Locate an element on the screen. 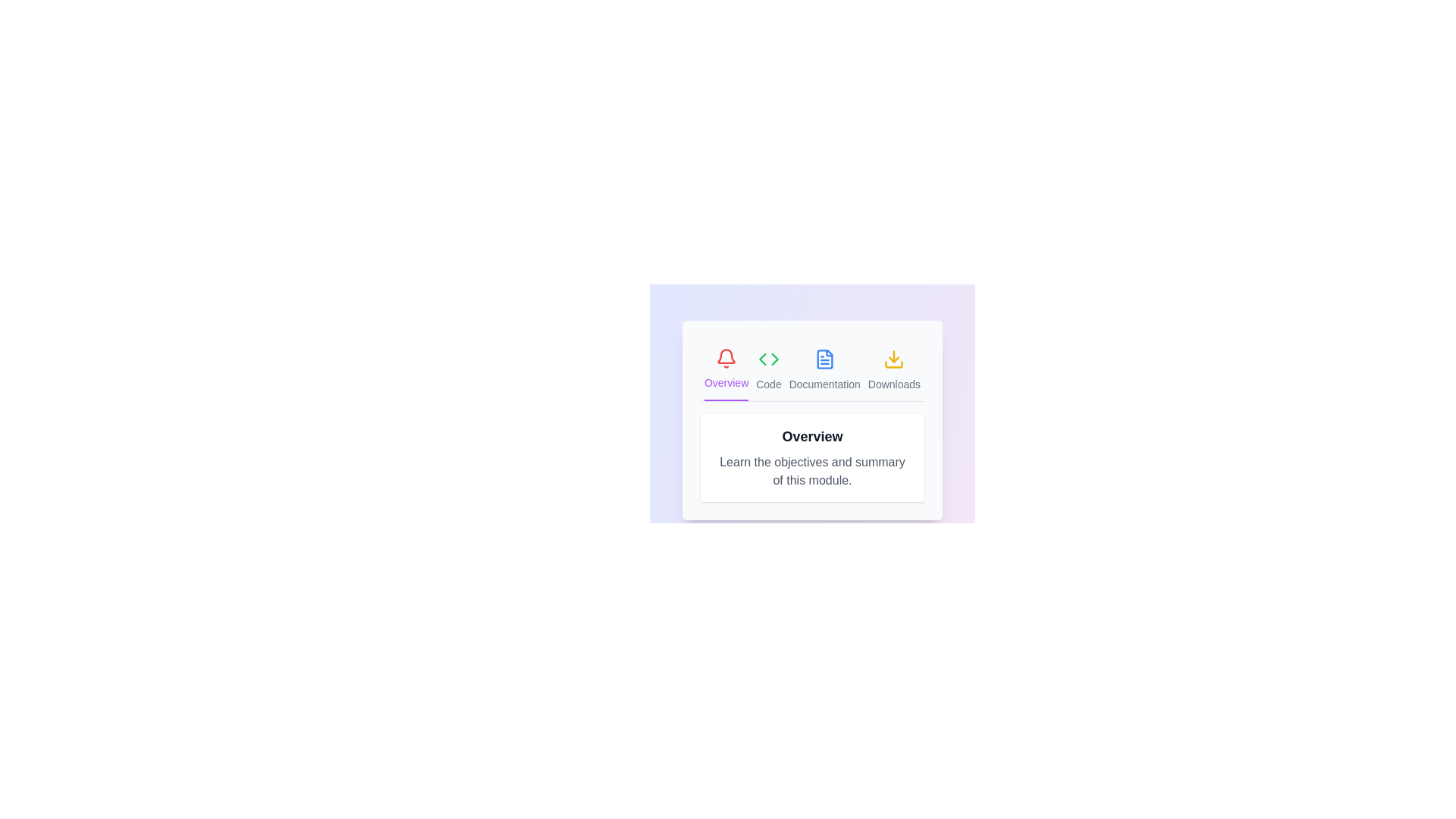  the tab labeled Downloads is located at coordinates (894, 370).